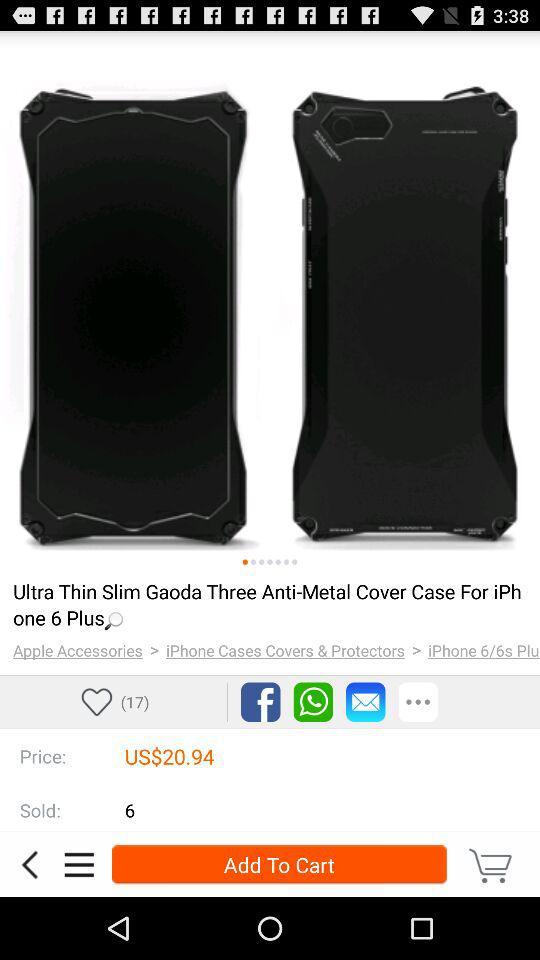 This screenshot has height=960, width=540. I want to click on iphone cases covers item, so click(284, 649).